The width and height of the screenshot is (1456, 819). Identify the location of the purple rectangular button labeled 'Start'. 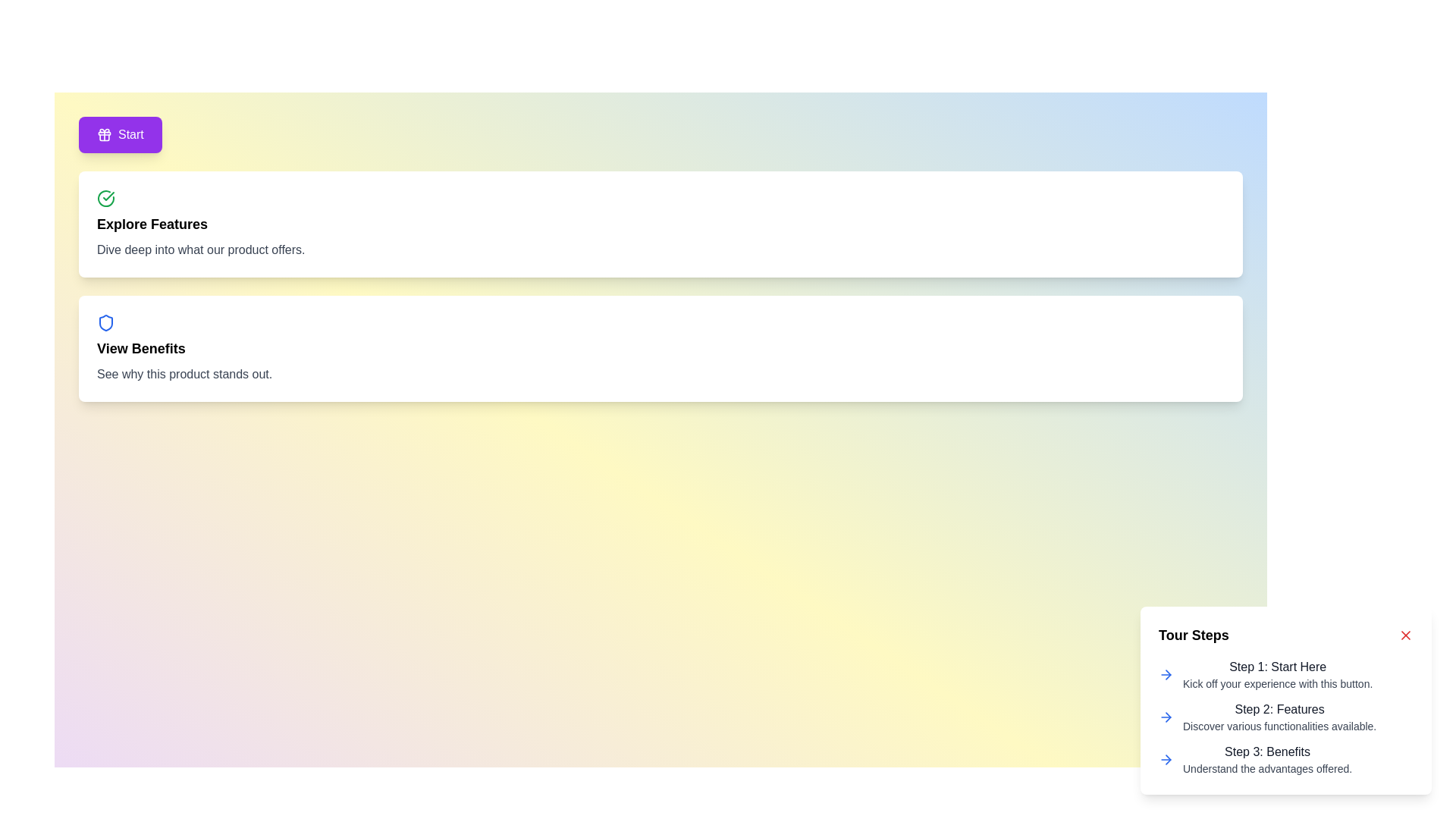
(119, 133).